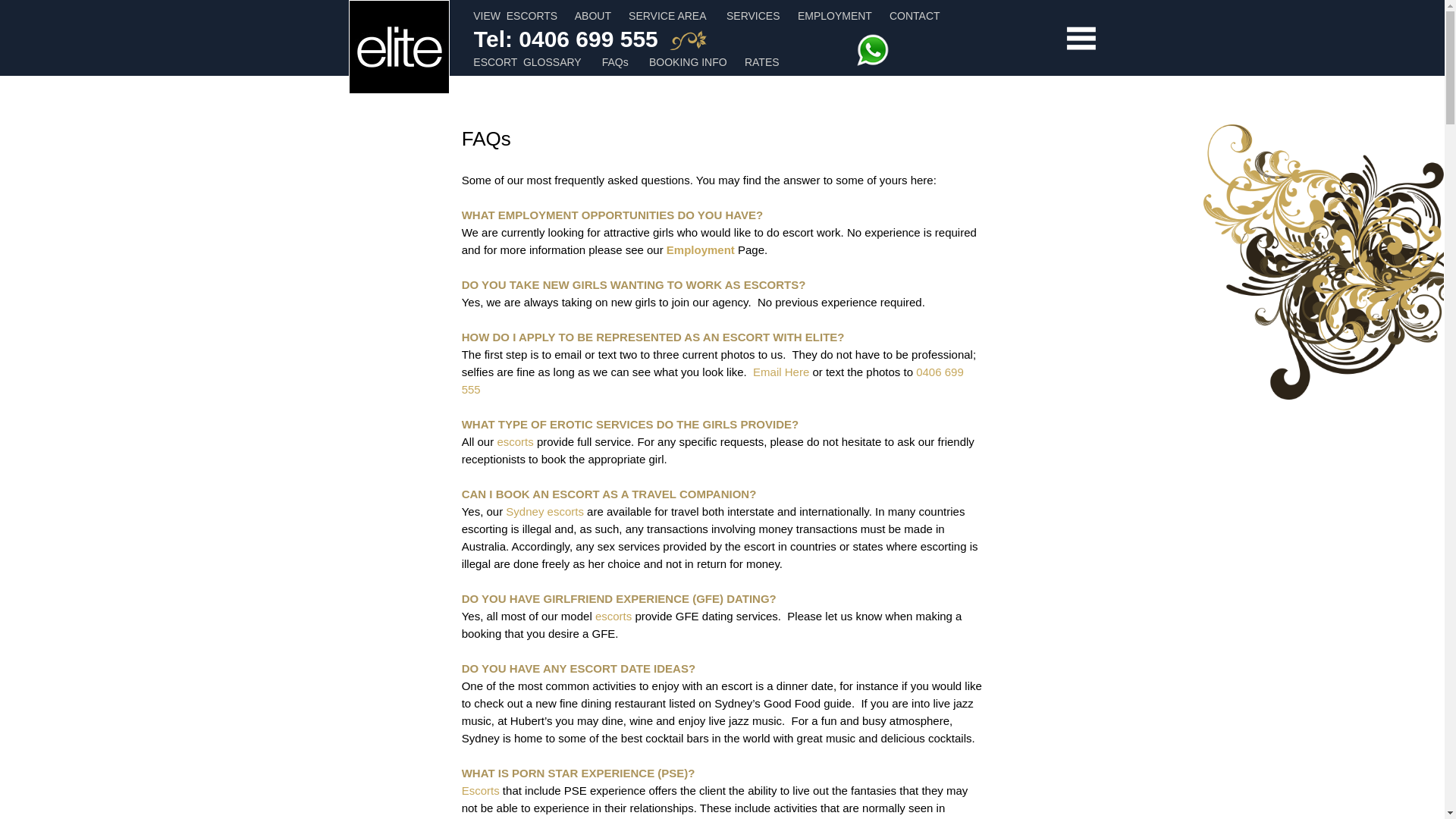  What do you see at coordinates (699, 249) in the screenshot?
I see `'Employment'` at bounding box center [699, 249].